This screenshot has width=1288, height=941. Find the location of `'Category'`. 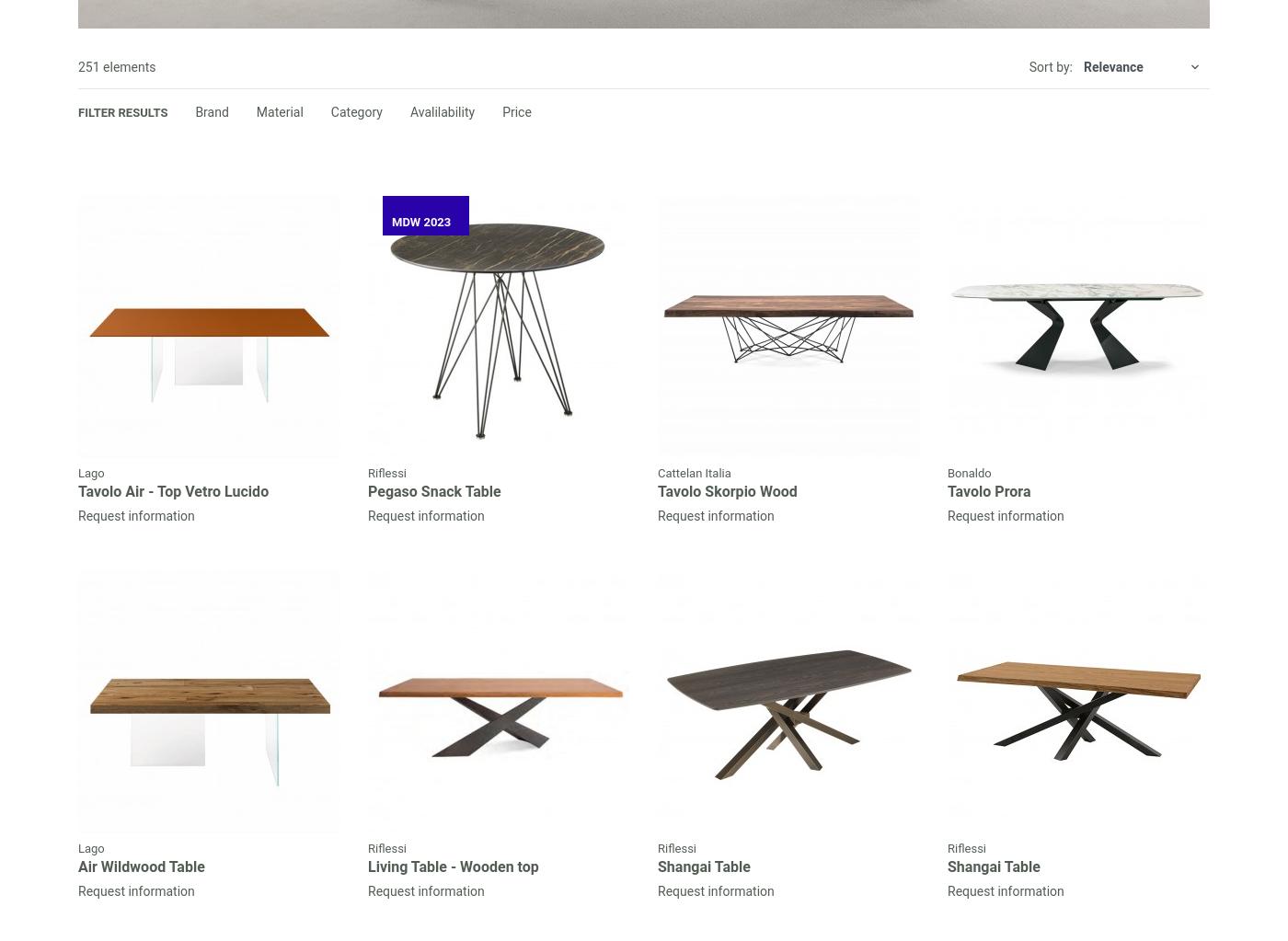

'Category' is located at coordinates (354, 111).